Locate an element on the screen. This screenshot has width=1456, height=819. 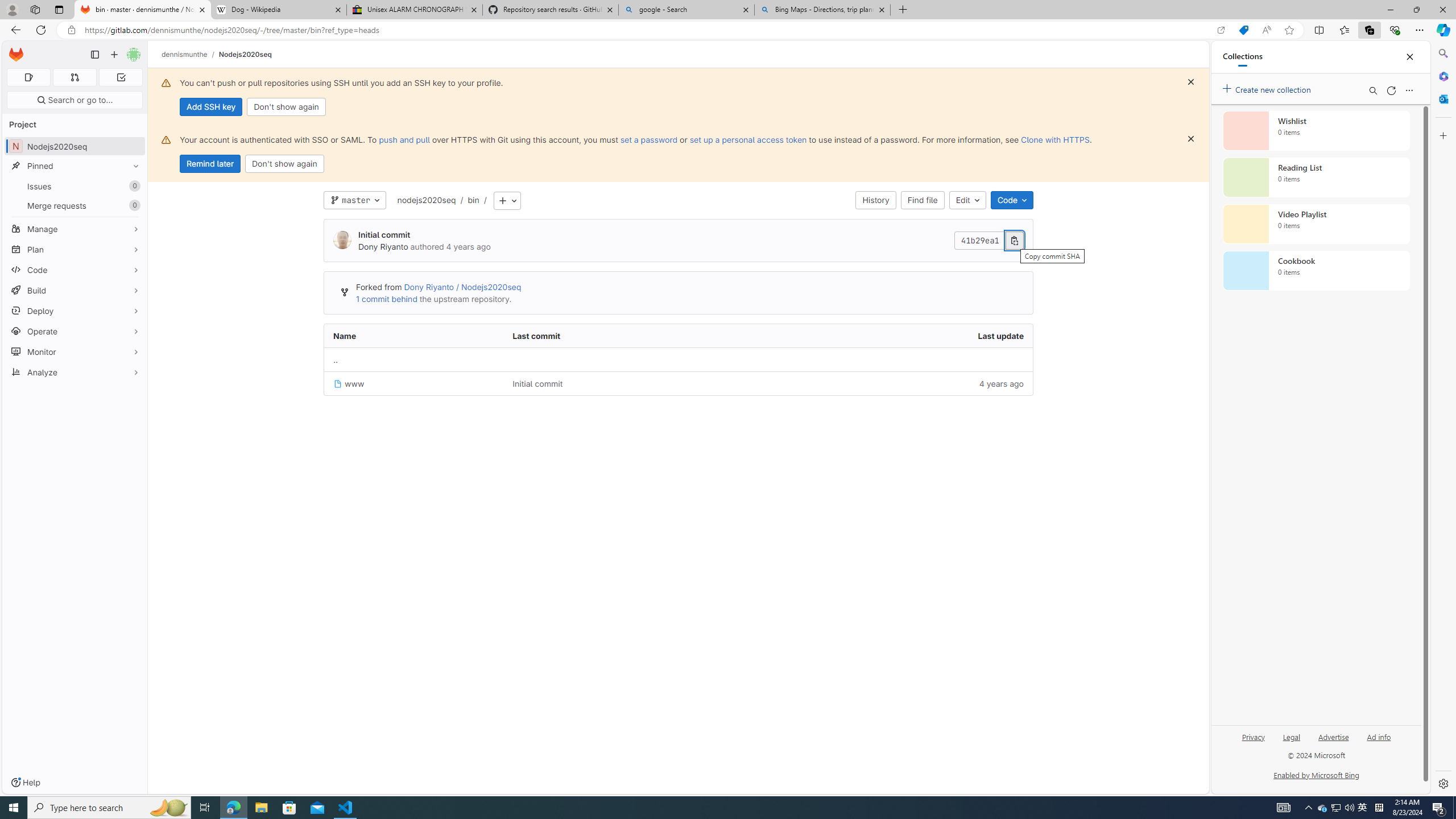
'master' is located at coordinates (354, 200).